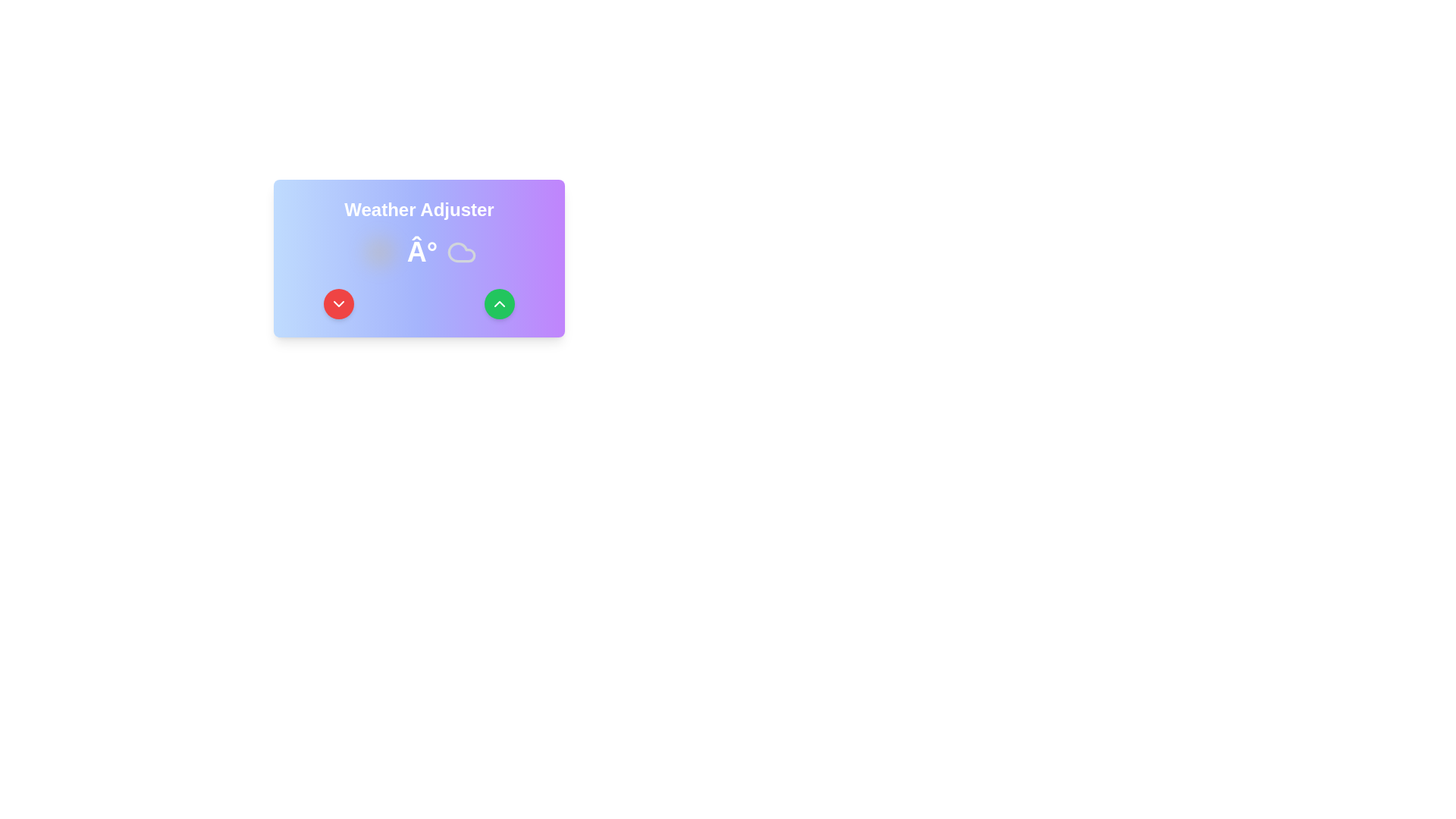  What do you see at coordinates (337, 304) in the screenshot?
I see `the circular red button with a white downward-facing chevron icon located at the bottom of the weather adjustment panel, directly below the text 'Weather Adjuster' to trigger a hover effect` at bounding box center [337, 304].